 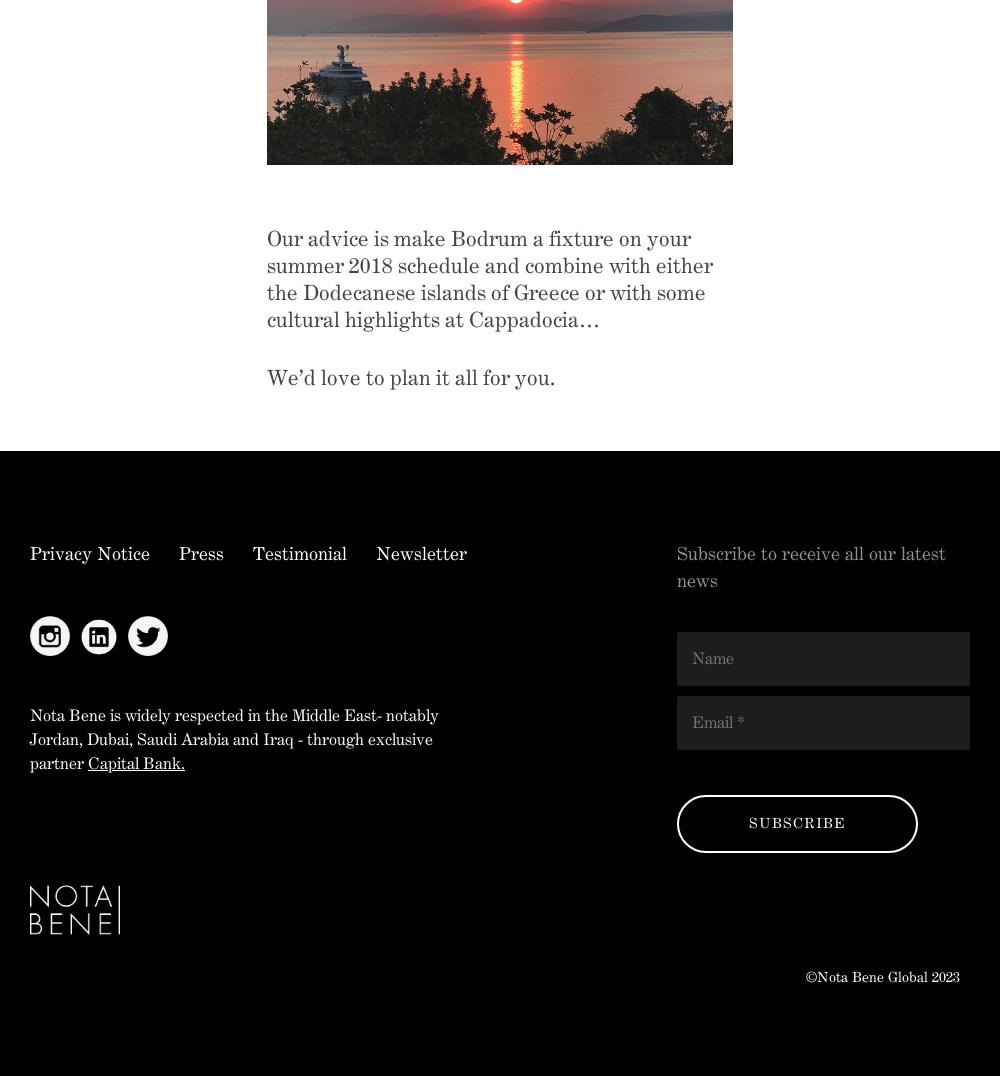 I want to click on 'Our advice is make Bodrum a fixture on your summer 2018 schedule and combine with either the Dodecanese islands of Greece or with some cultural highlights at Cappadocia…', so click(x=266, y=278).